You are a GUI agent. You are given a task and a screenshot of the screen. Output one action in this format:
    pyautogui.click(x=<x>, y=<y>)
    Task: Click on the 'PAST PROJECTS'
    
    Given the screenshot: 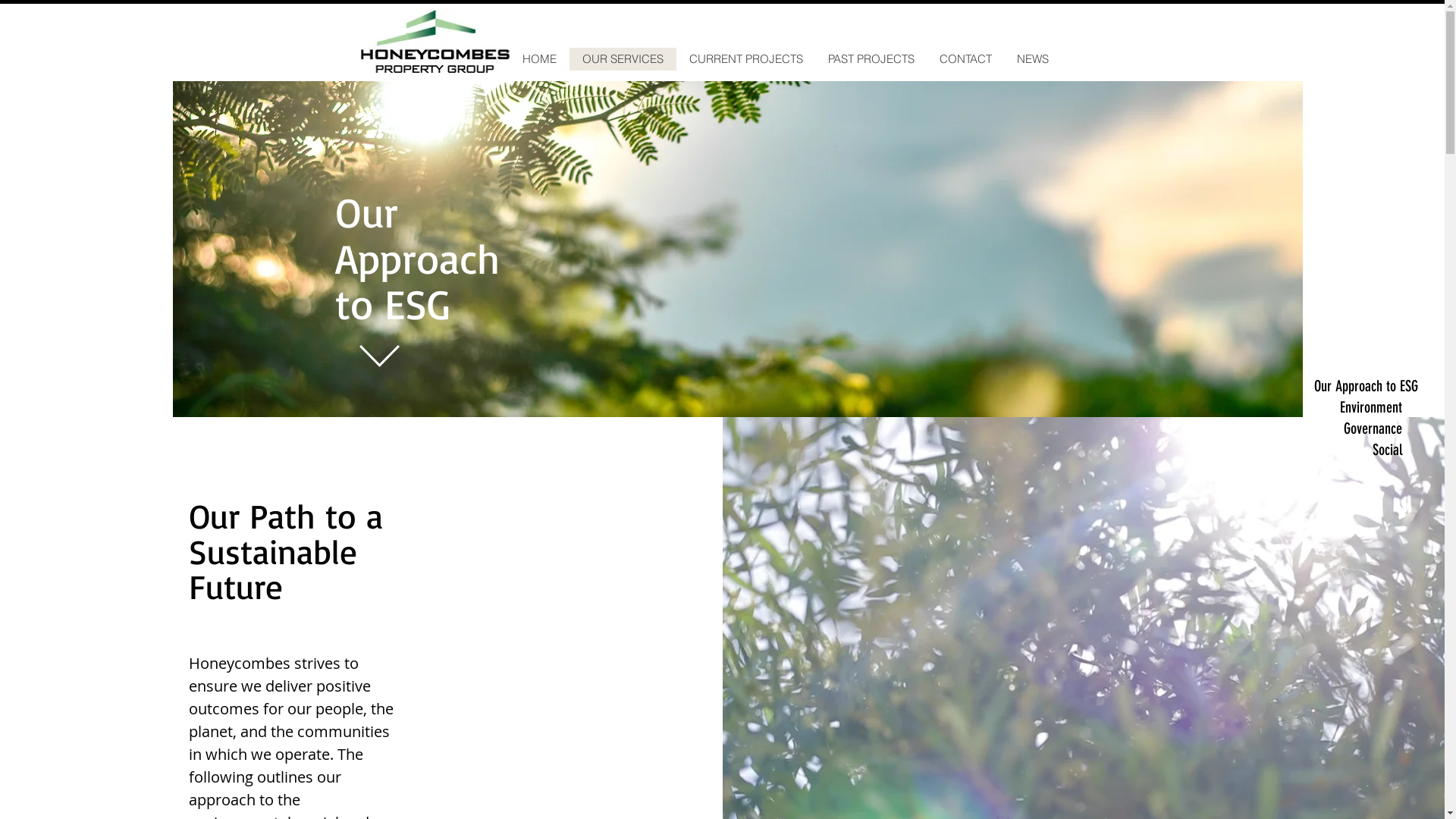 What is the action you would take?
    pyautogui.click(x=870, y=58)
    